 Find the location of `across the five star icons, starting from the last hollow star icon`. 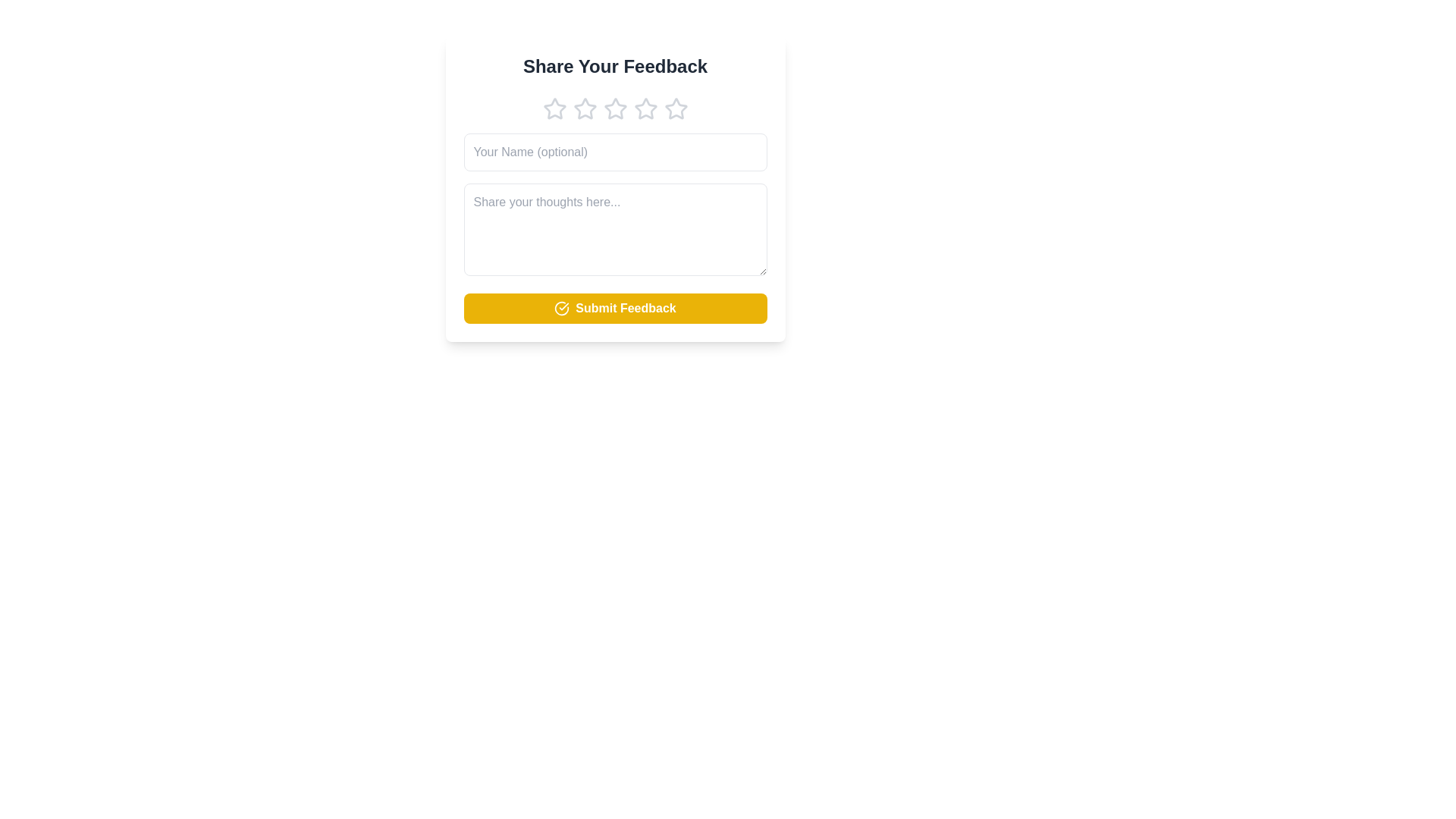

across the five star icons, starting from the last hollow star icon is located at coordinates (675, 108).